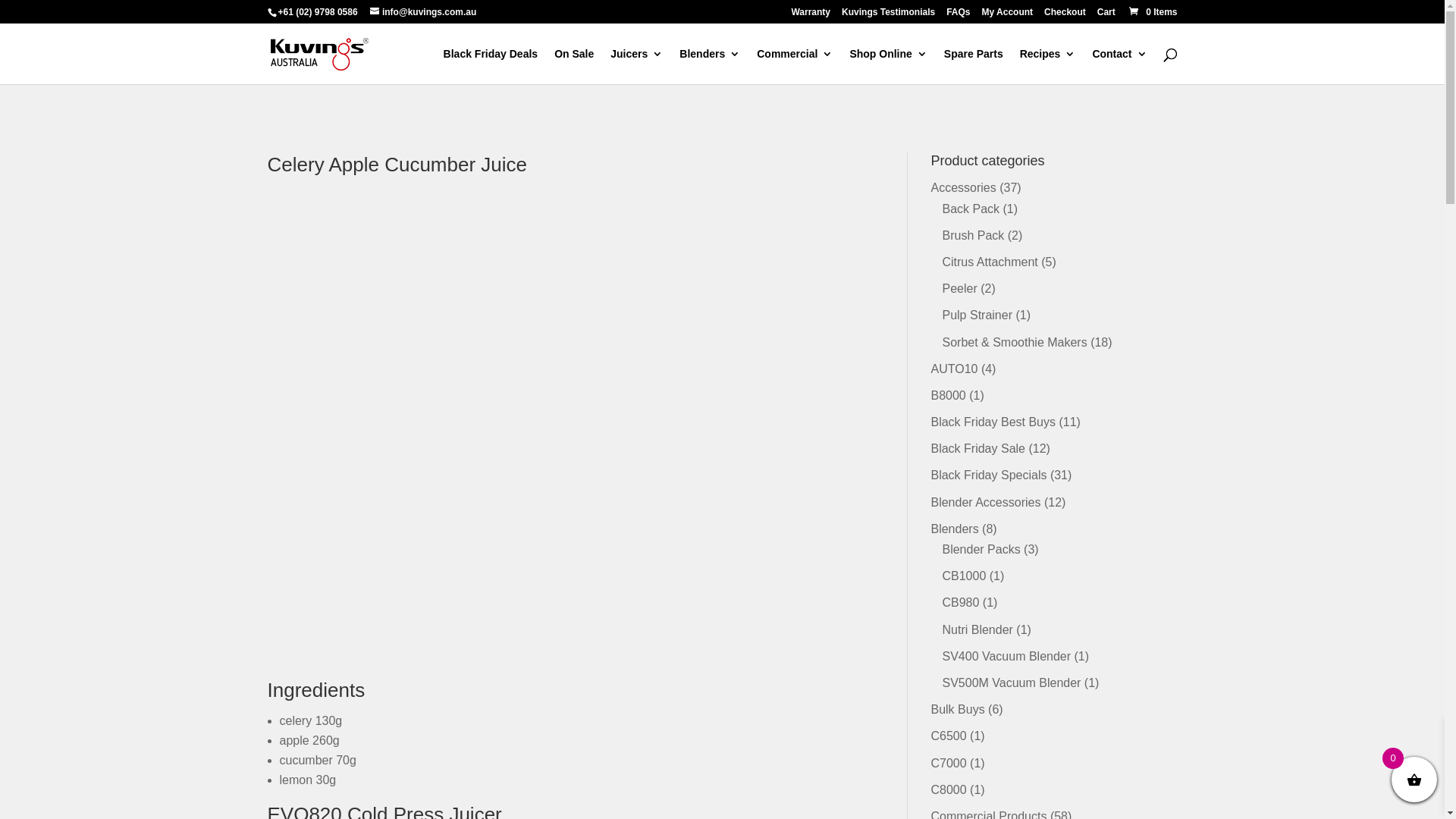 This screenshot has height=819, width=1456. Describe the element at coordinates (959, 288) in the screenshot. I see `'Peeler'` at that location.